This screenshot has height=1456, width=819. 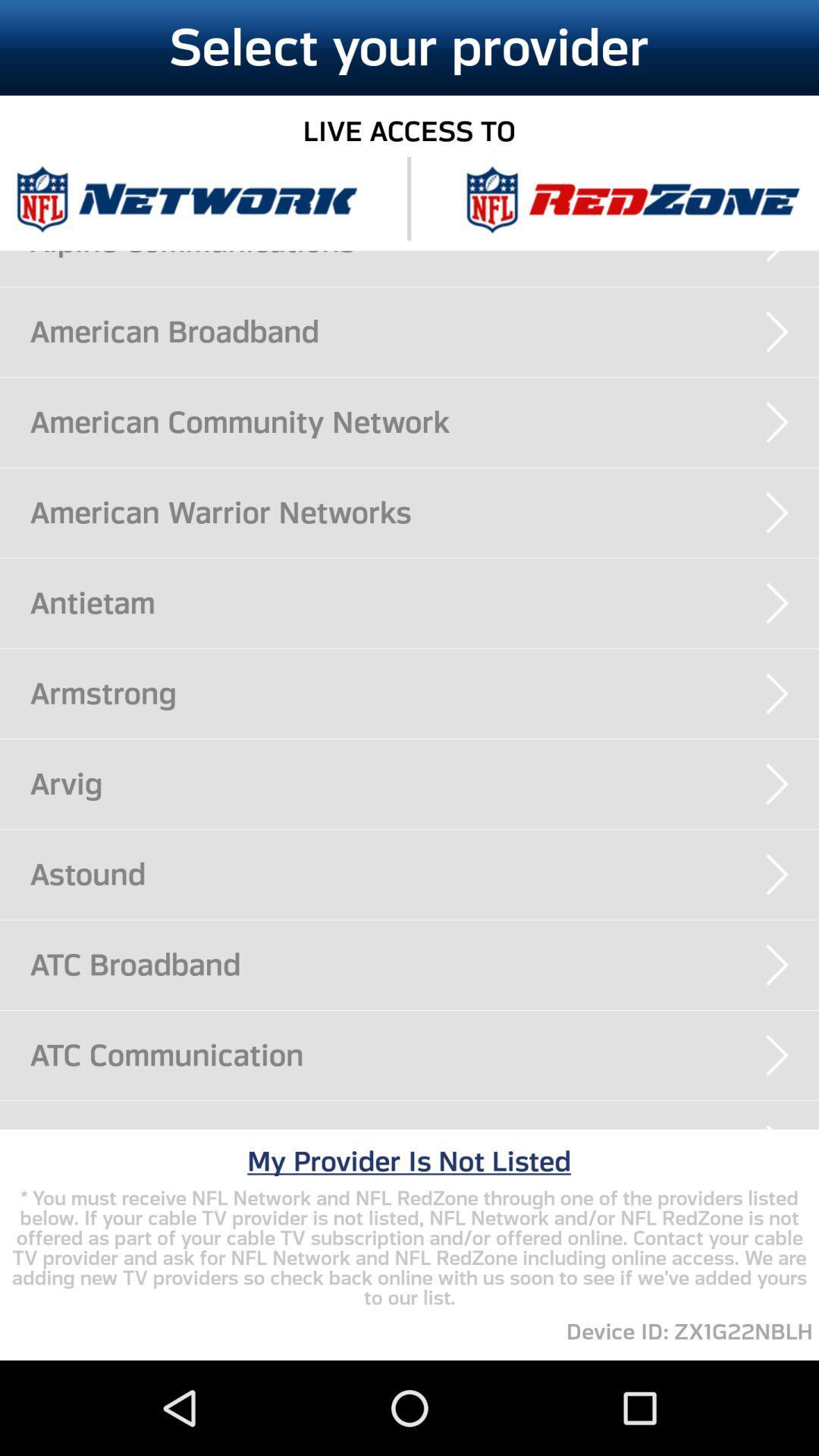 I want to click on the american broadband icon, so click(x=424, y=331).